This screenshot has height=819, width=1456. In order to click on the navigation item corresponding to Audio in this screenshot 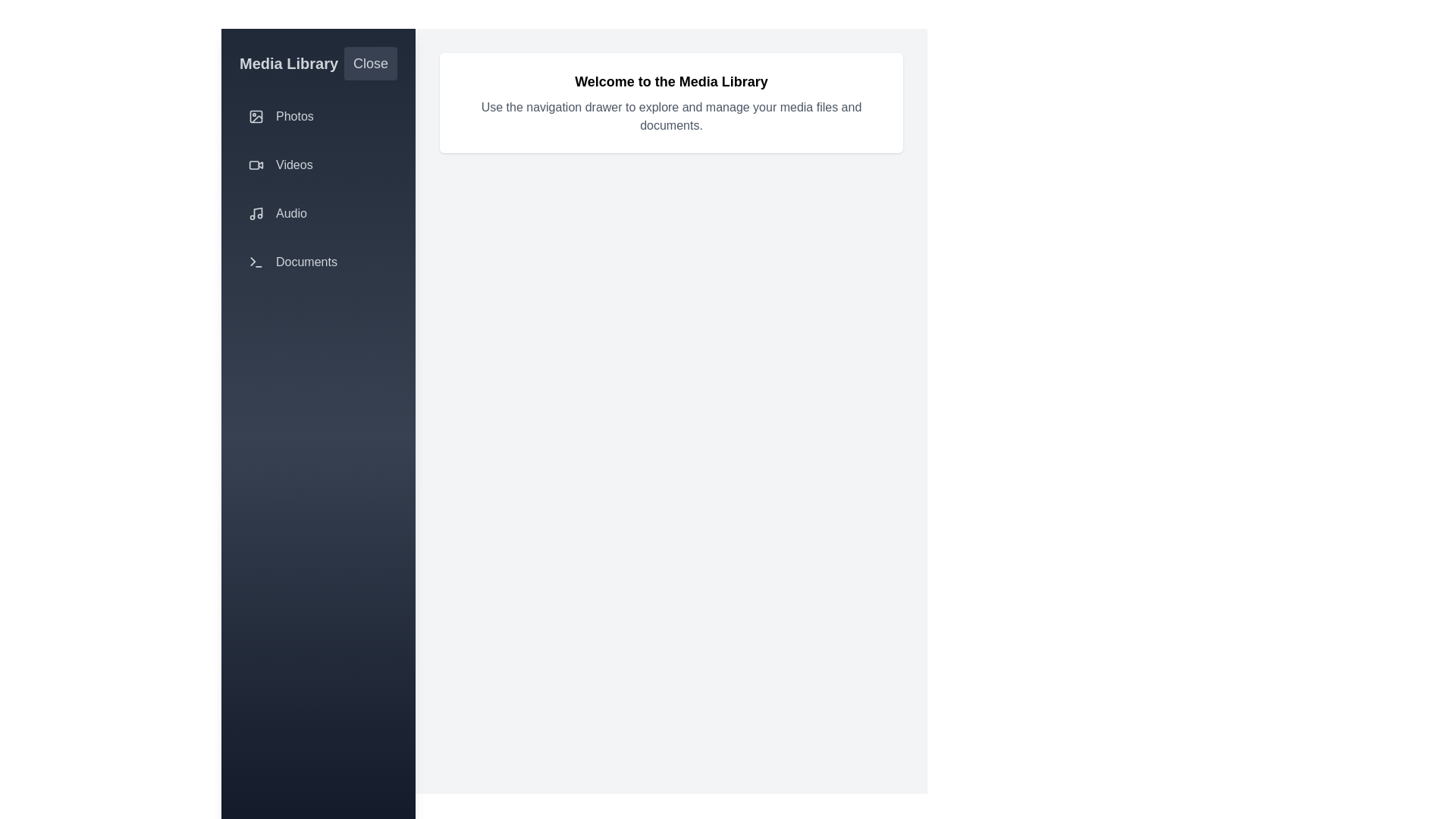, I will do `click(318, 213)`.